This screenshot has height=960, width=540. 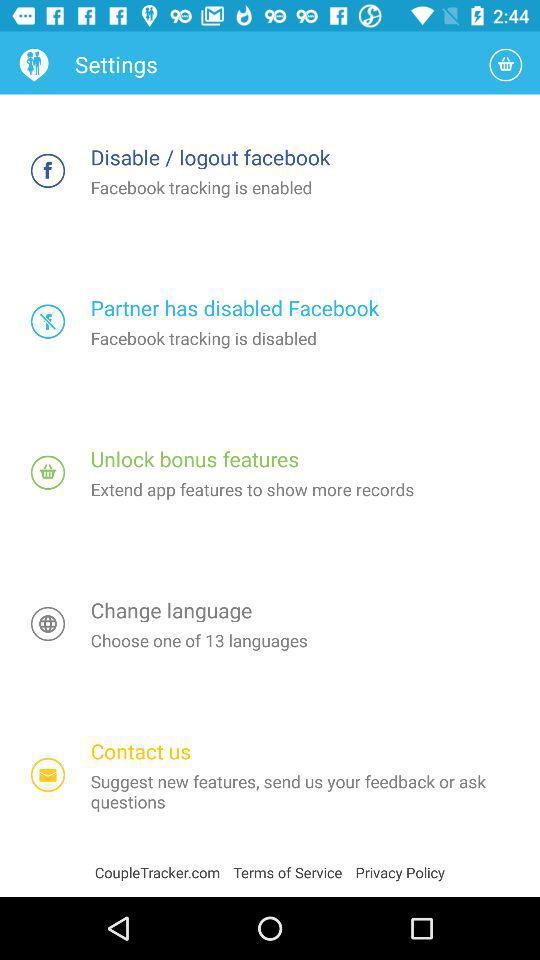 I want to click on the app next to the change language icon, so click(x=48, y=623).